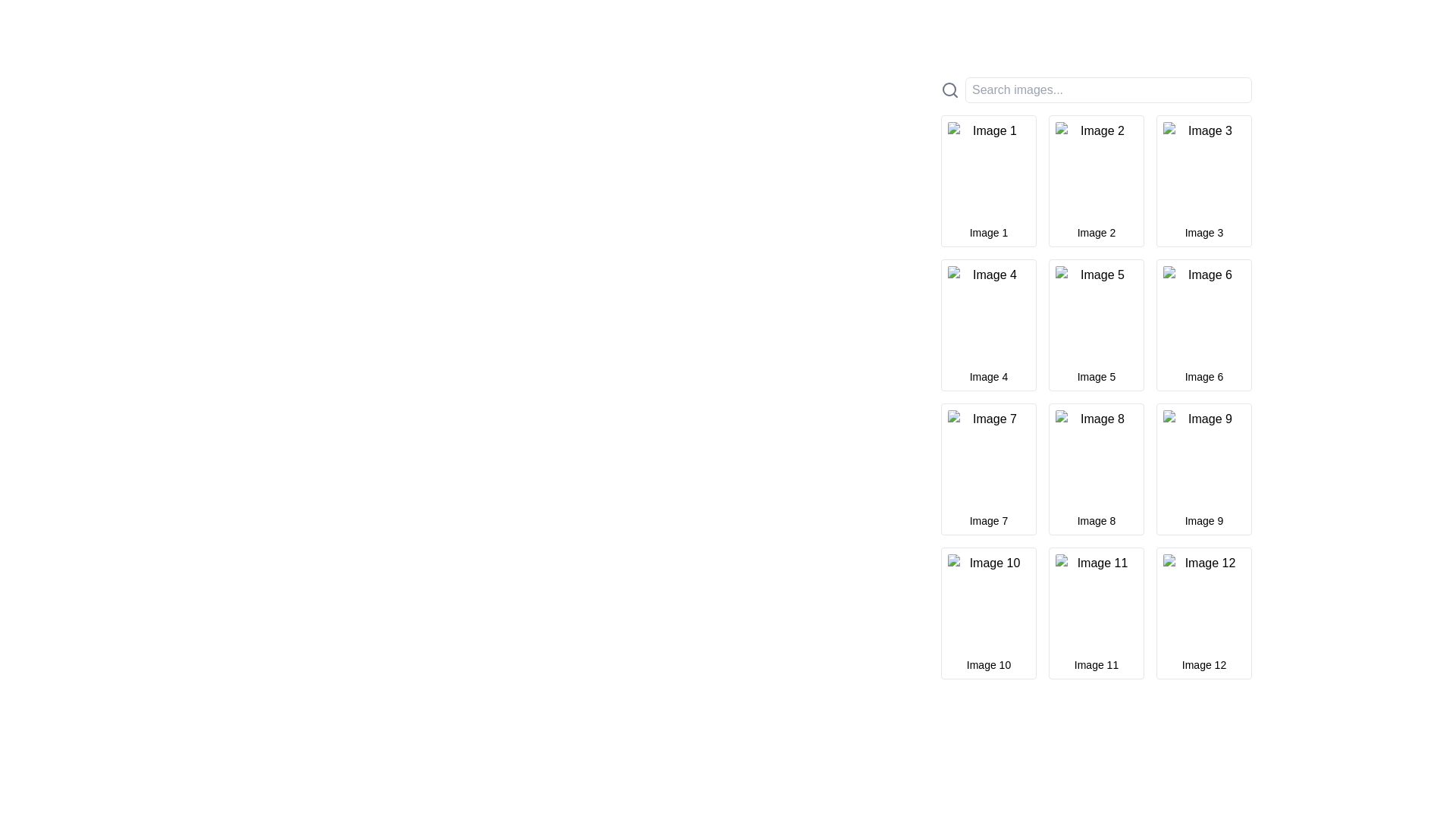 This screenshot has height=819, width=1456. What do you see at coordinates (1096, 664) in the screenshot?
I see `the text label displaying 'Image 11' located at the bottom of the eleventh card in a grid of image cards` at bounding box center [1096, 664].